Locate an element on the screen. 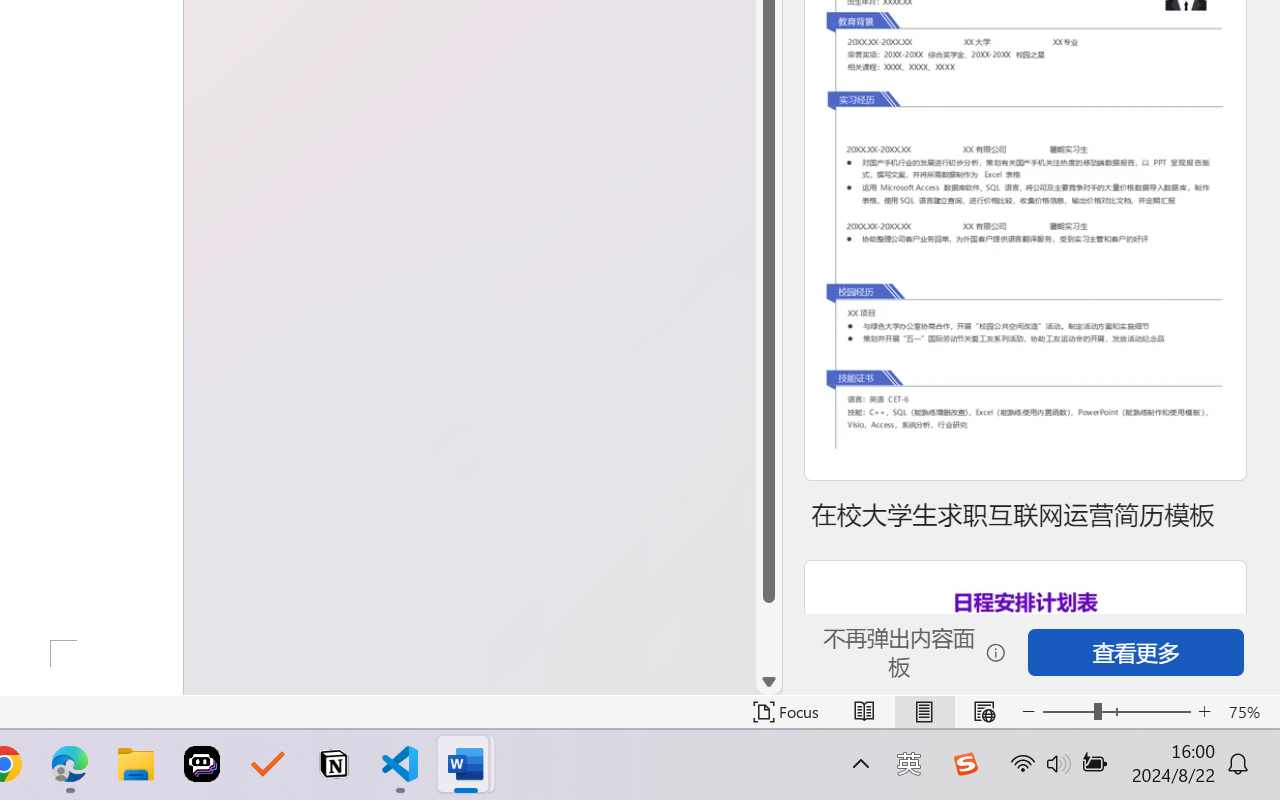 The width and height of the screenshot is (1280, 800). 'Web Layout' is located at coordinates (984, 711).